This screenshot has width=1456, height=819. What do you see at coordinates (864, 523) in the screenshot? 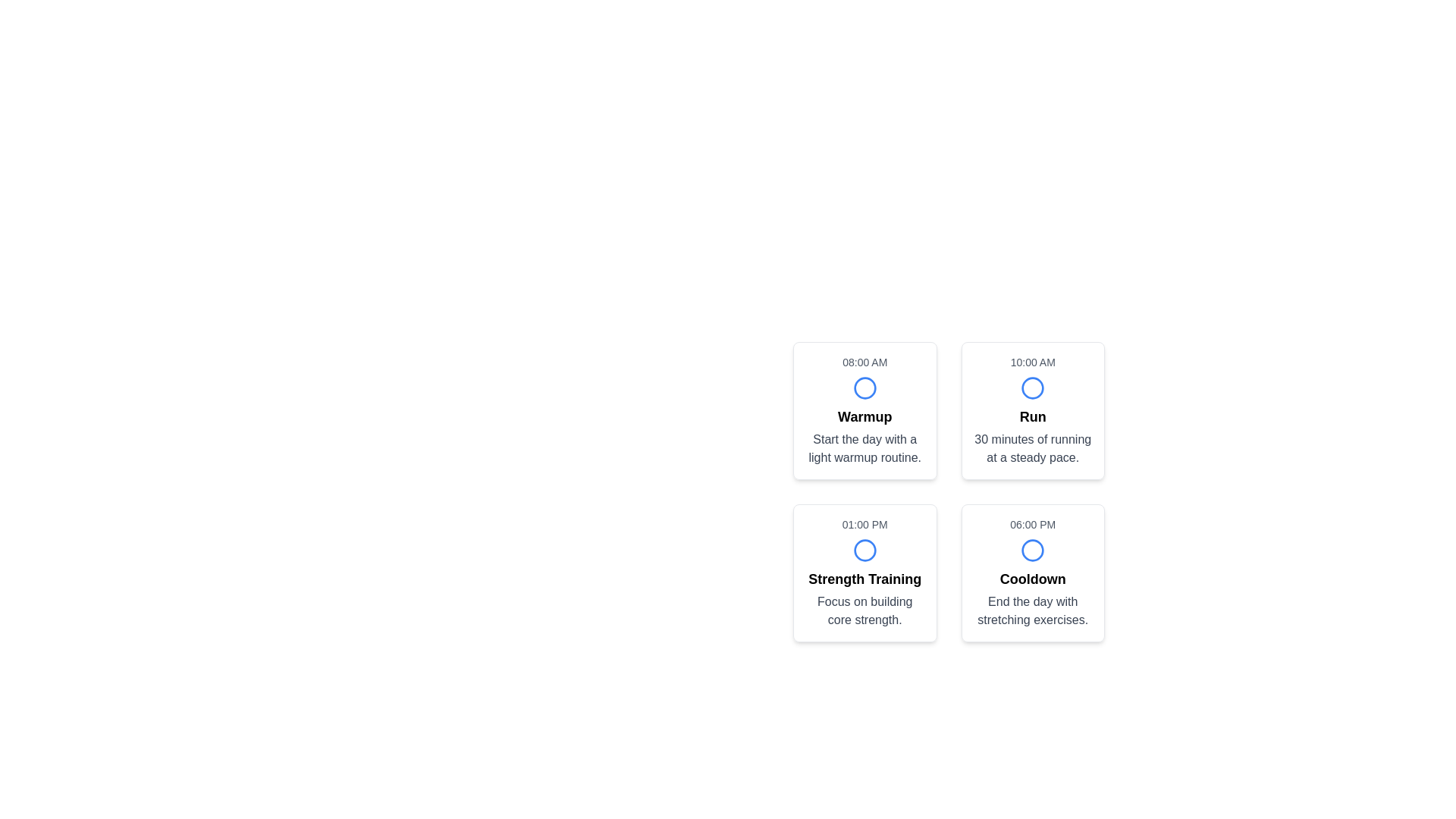
I see `the text label displaying '01:00 PM' in a smaller gray font, positioned near the top of the 'Strength Training' activity card` at bounding box center [864, 523].